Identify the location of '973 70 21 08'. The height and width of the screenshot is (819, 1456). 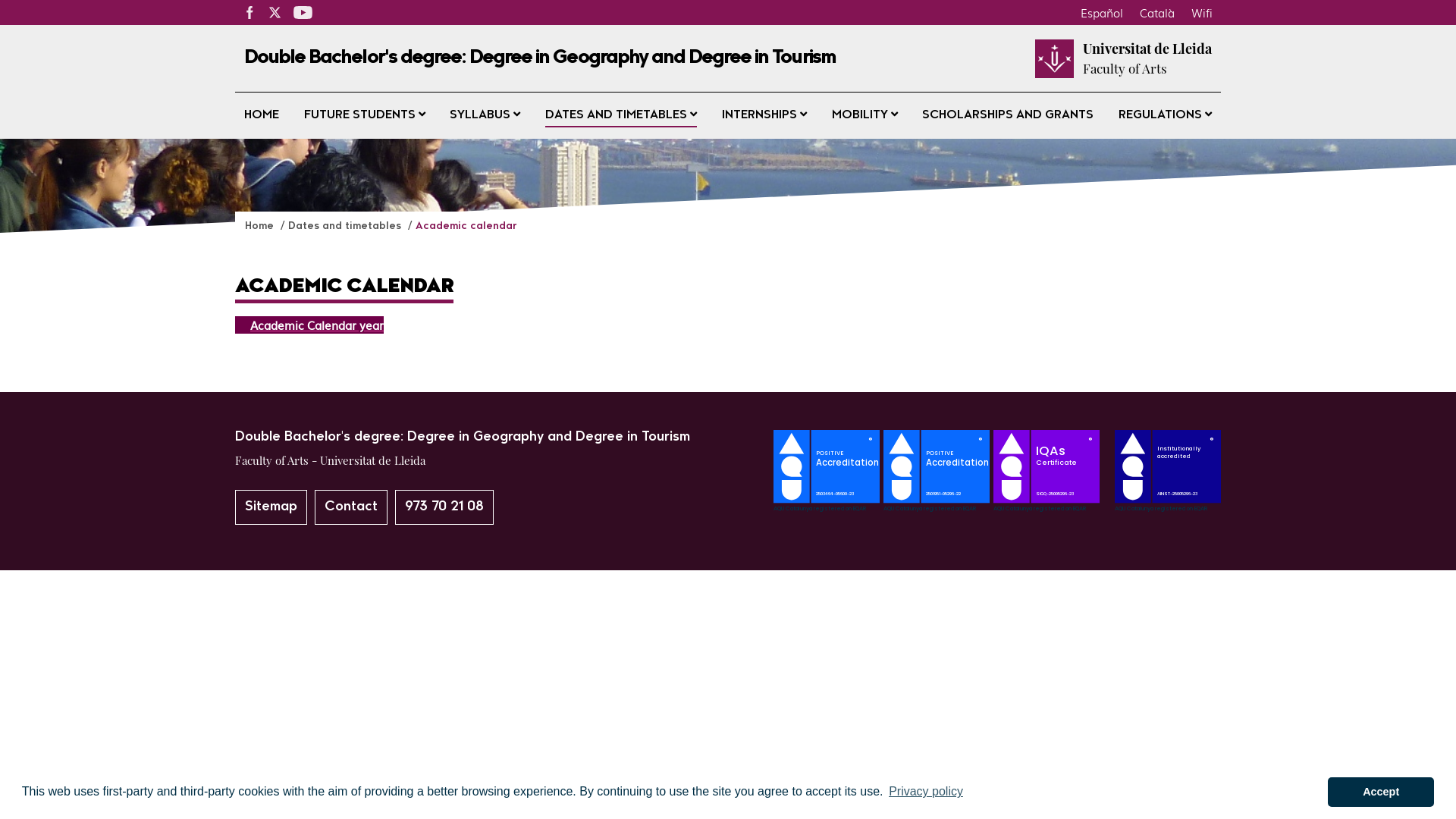
(443, 507).